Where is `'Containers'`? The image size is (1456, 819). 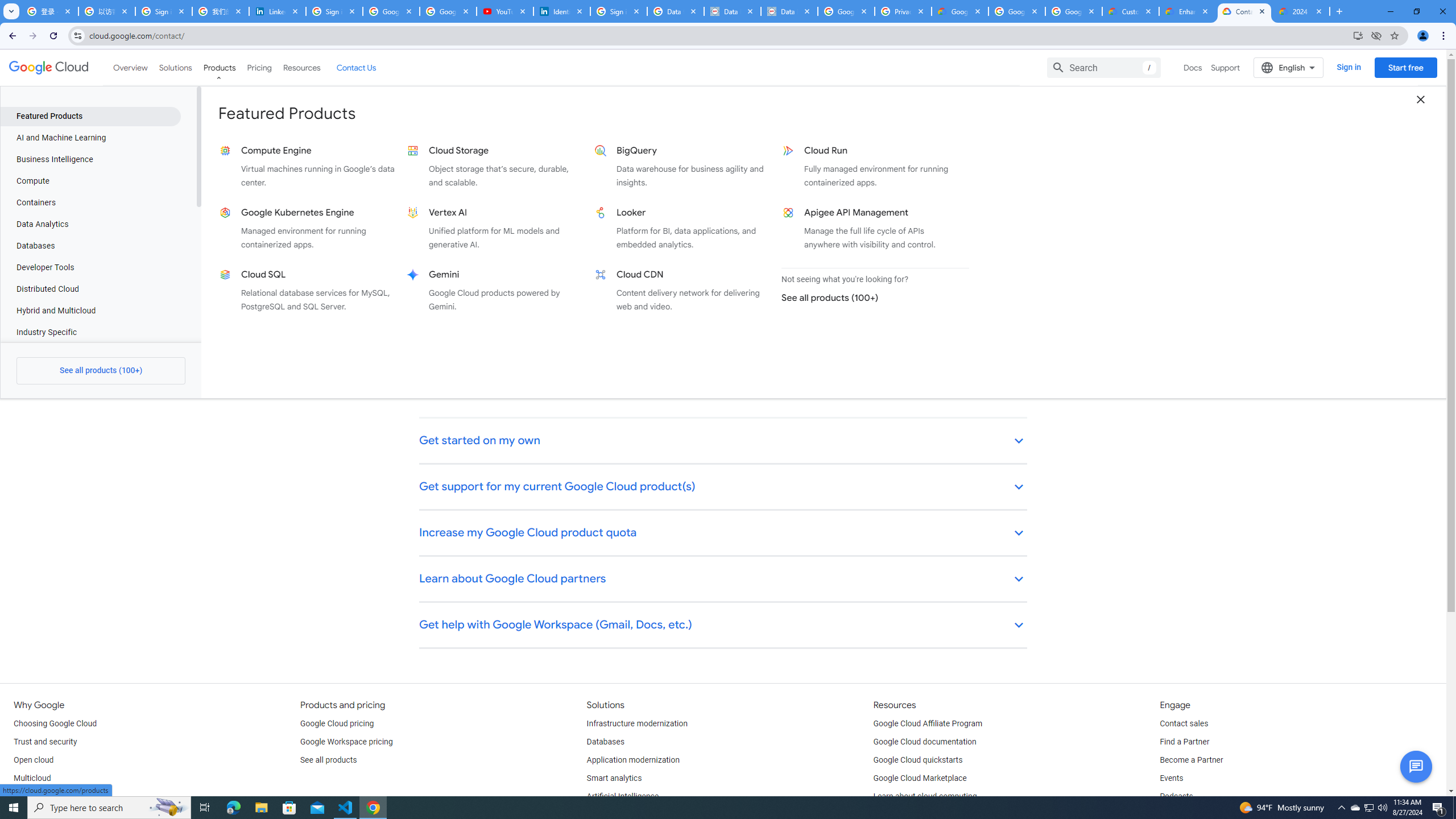 'Containers' is located at coordinates (90, 202).